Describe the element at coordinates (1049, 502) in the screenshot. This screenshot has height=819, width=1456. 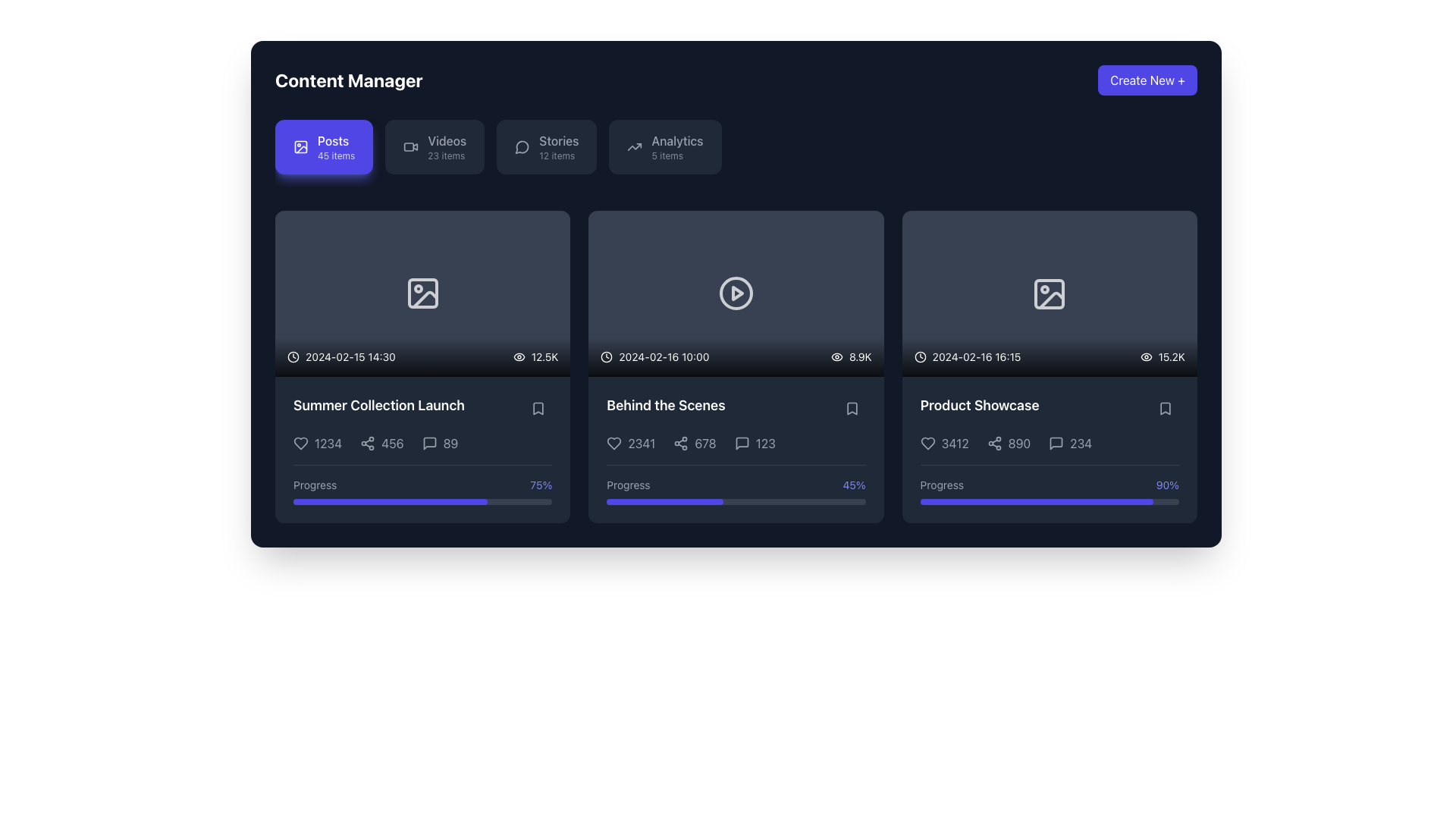
I see `the progress bar with rounded corners indicating 90% completion located at the bottom of the 'Product Showcase' card in the third column` at that location.